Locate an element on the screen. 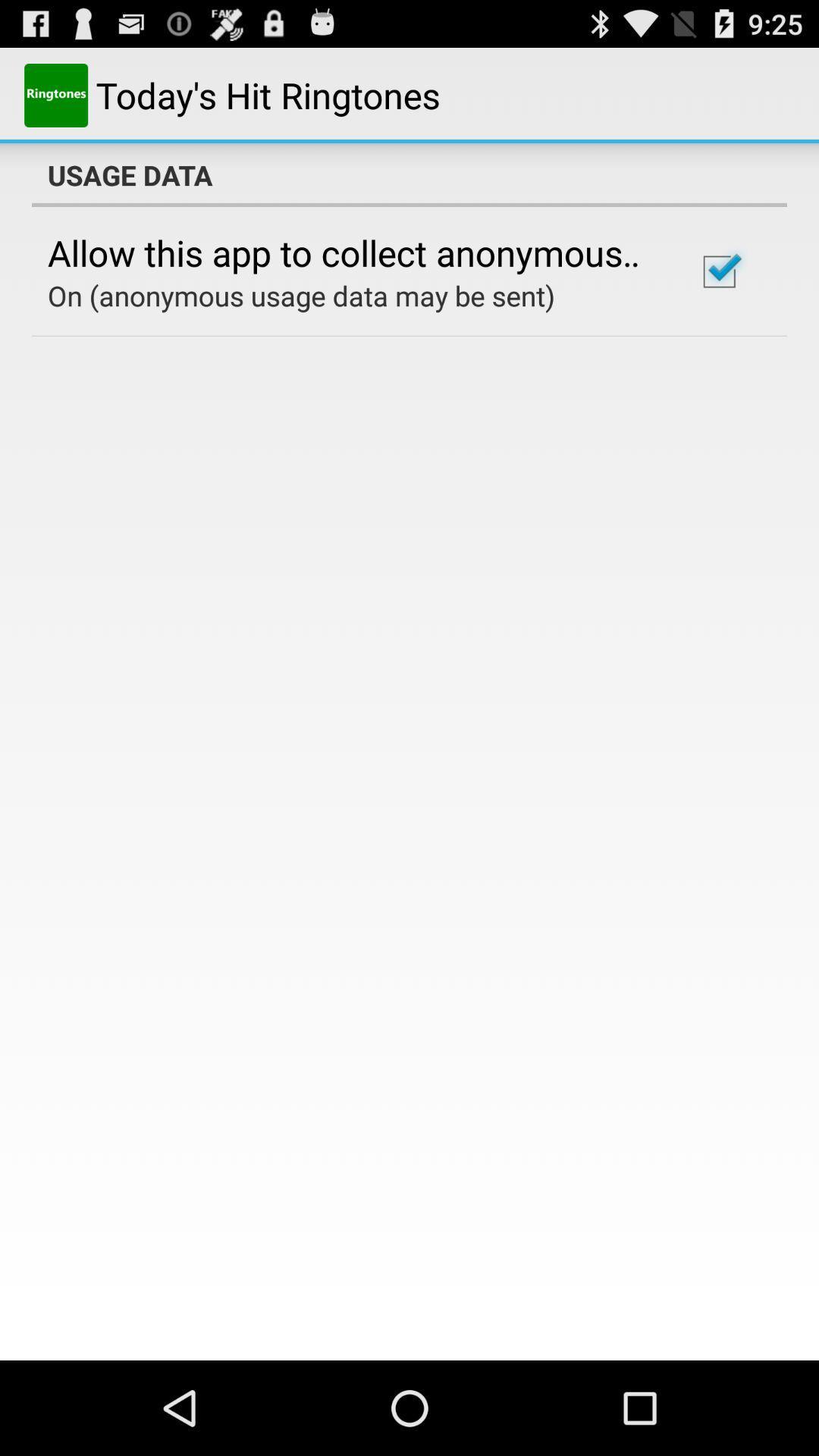 The height and width of the screenshot is (1456, 819). the allow this app icon is located at coordinates (351, 253).